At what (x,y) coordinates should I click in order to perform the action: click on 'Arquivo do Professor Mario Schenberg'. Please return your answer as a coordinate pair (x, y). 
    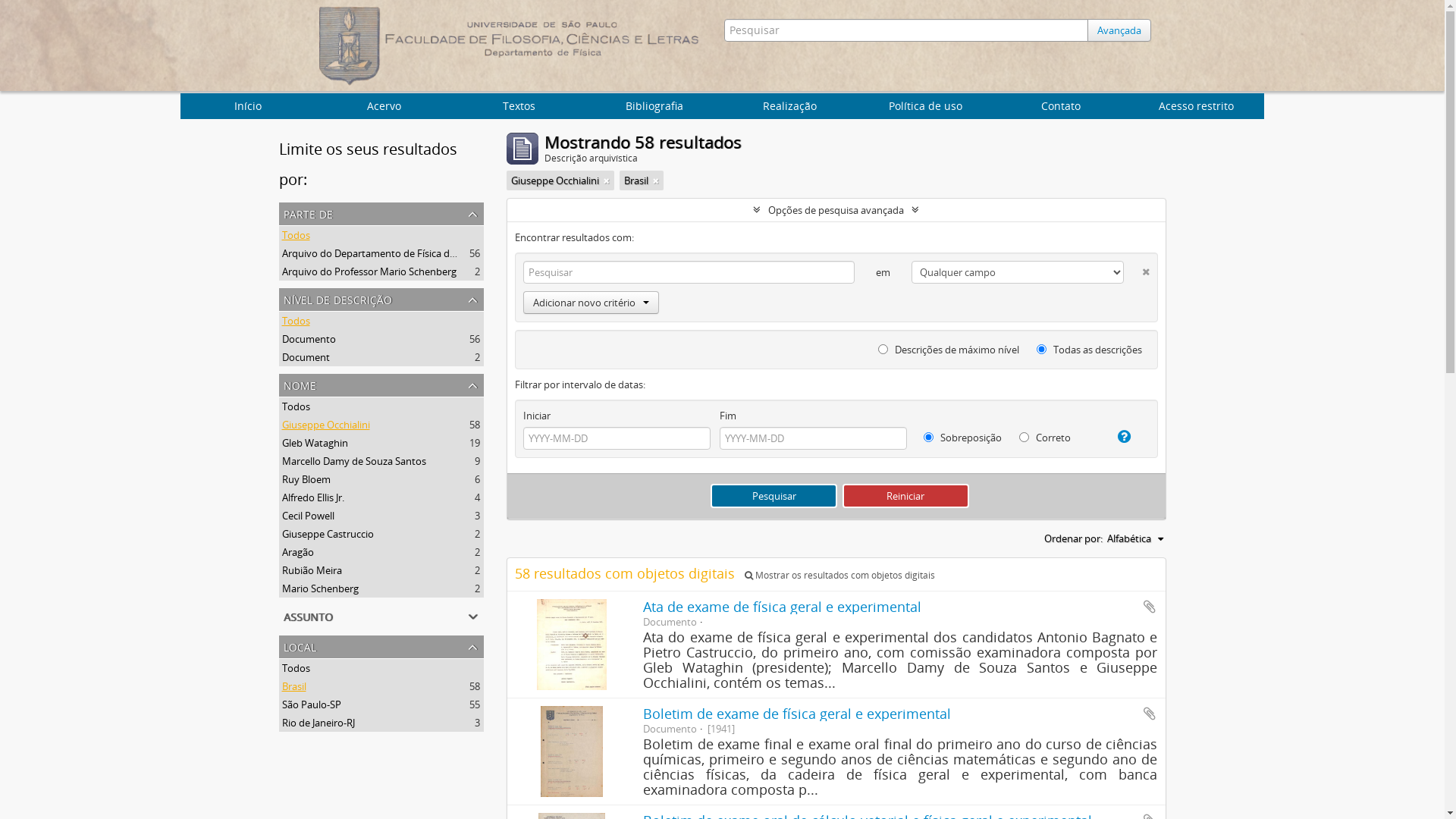
    Looking at the image, I should click on (282, 271).